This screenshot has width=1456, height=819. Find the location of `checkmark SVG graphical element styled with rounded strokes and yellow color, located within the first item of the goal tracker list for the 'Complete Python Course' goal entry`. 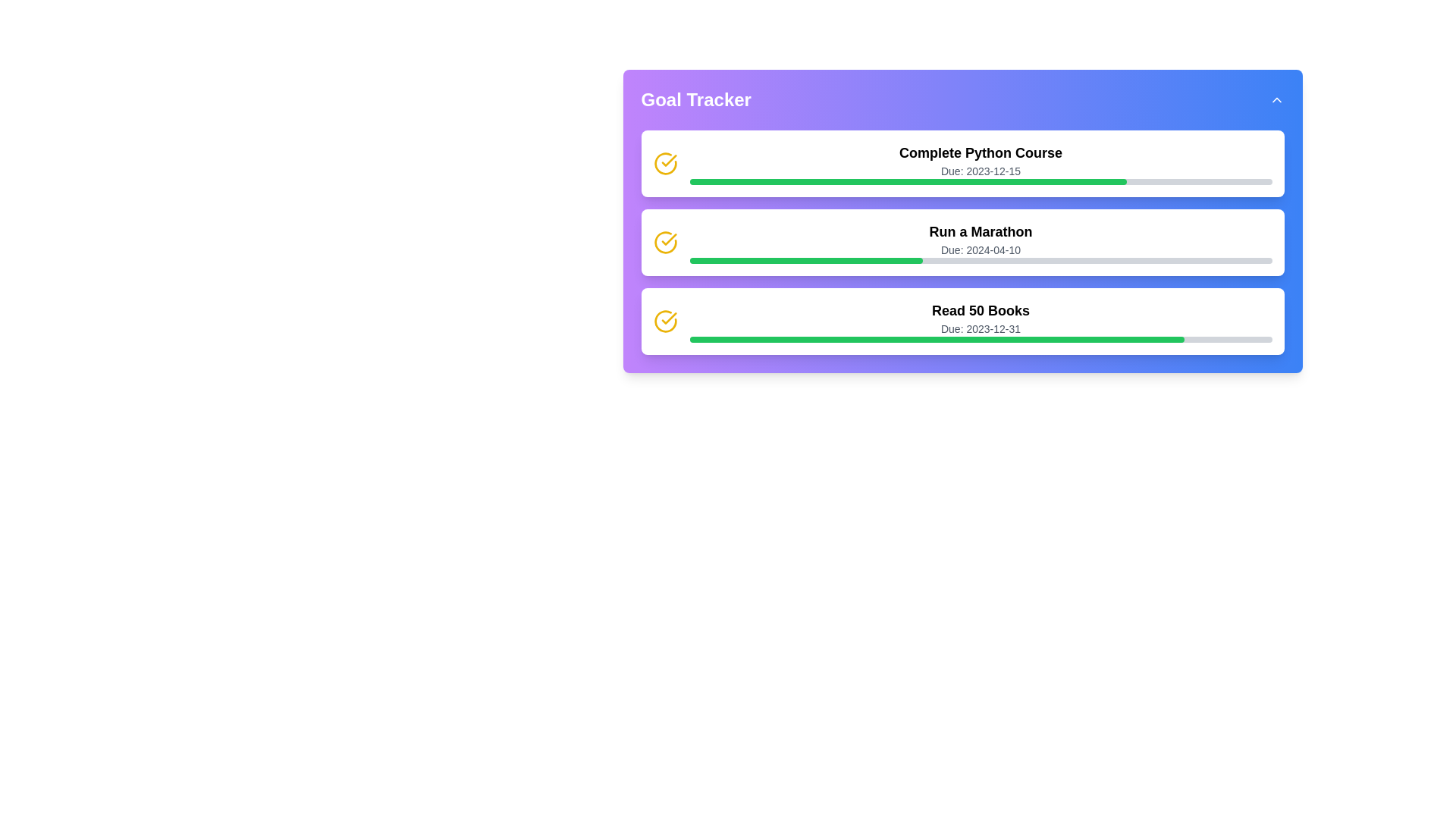

checkmark SVG graphical element styled with rounded strokes and yellow color, located within the first item of the goal tracker list for the 'Complete Python Course' goal entry is located at coordinates (668, 318).